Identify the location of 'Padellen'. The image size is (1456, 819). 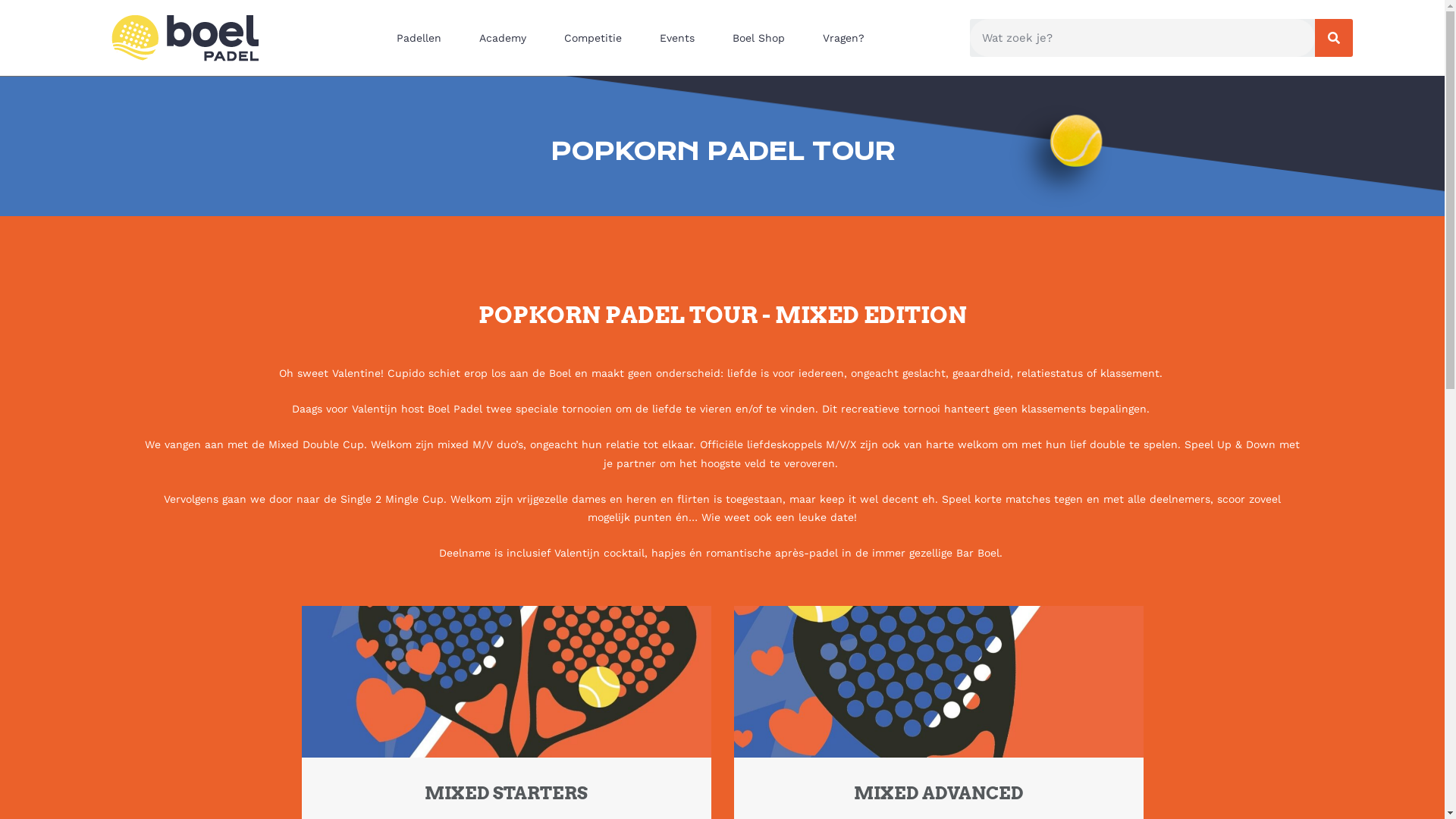
(422, 37).